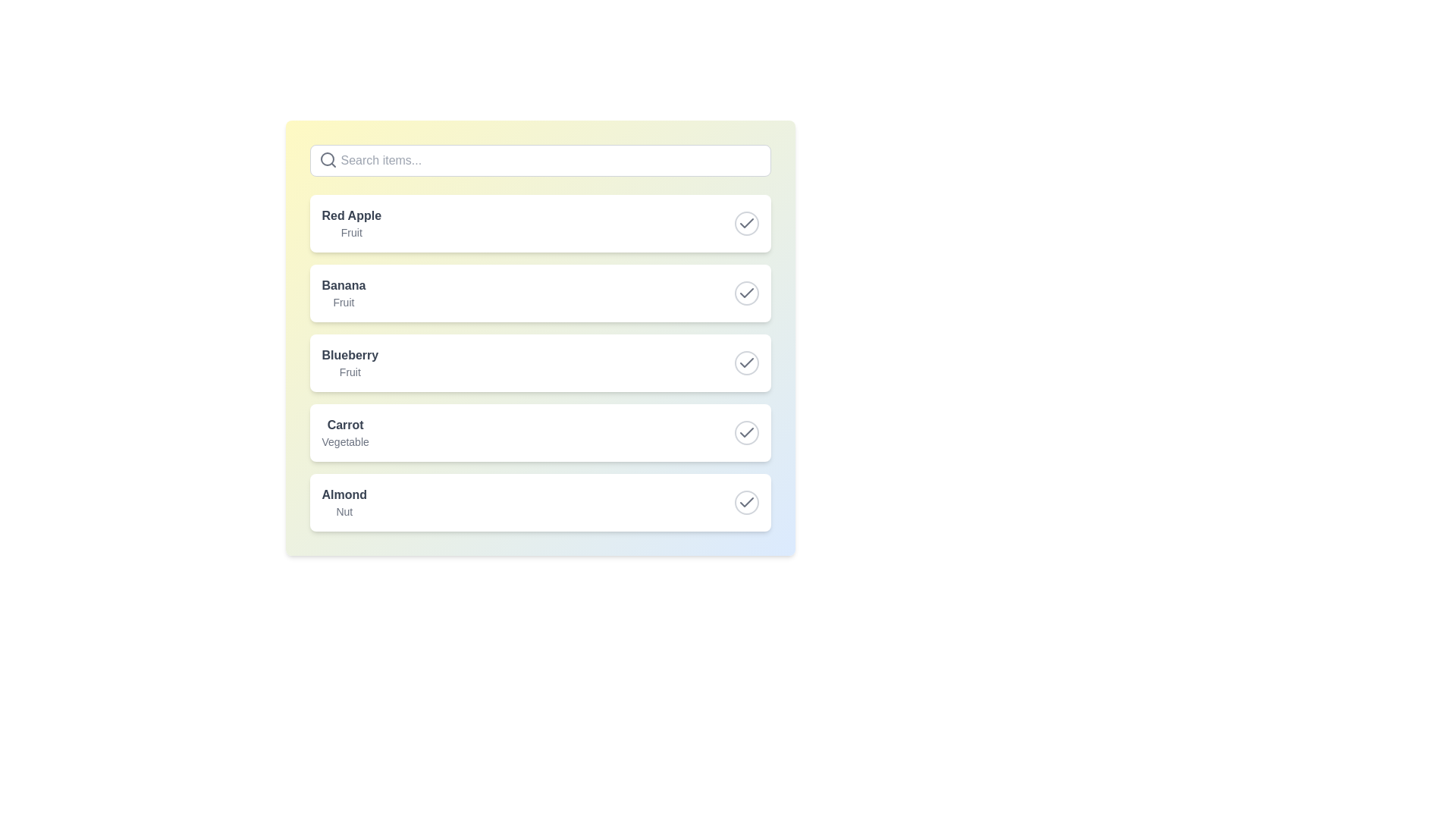 The height and width of the screenshot is (819, 1456). What do you see at coordinates (540, 362) in the screenshot?
I see `the third Content card in the vertically stacked list` at bounding box center [540, 362].